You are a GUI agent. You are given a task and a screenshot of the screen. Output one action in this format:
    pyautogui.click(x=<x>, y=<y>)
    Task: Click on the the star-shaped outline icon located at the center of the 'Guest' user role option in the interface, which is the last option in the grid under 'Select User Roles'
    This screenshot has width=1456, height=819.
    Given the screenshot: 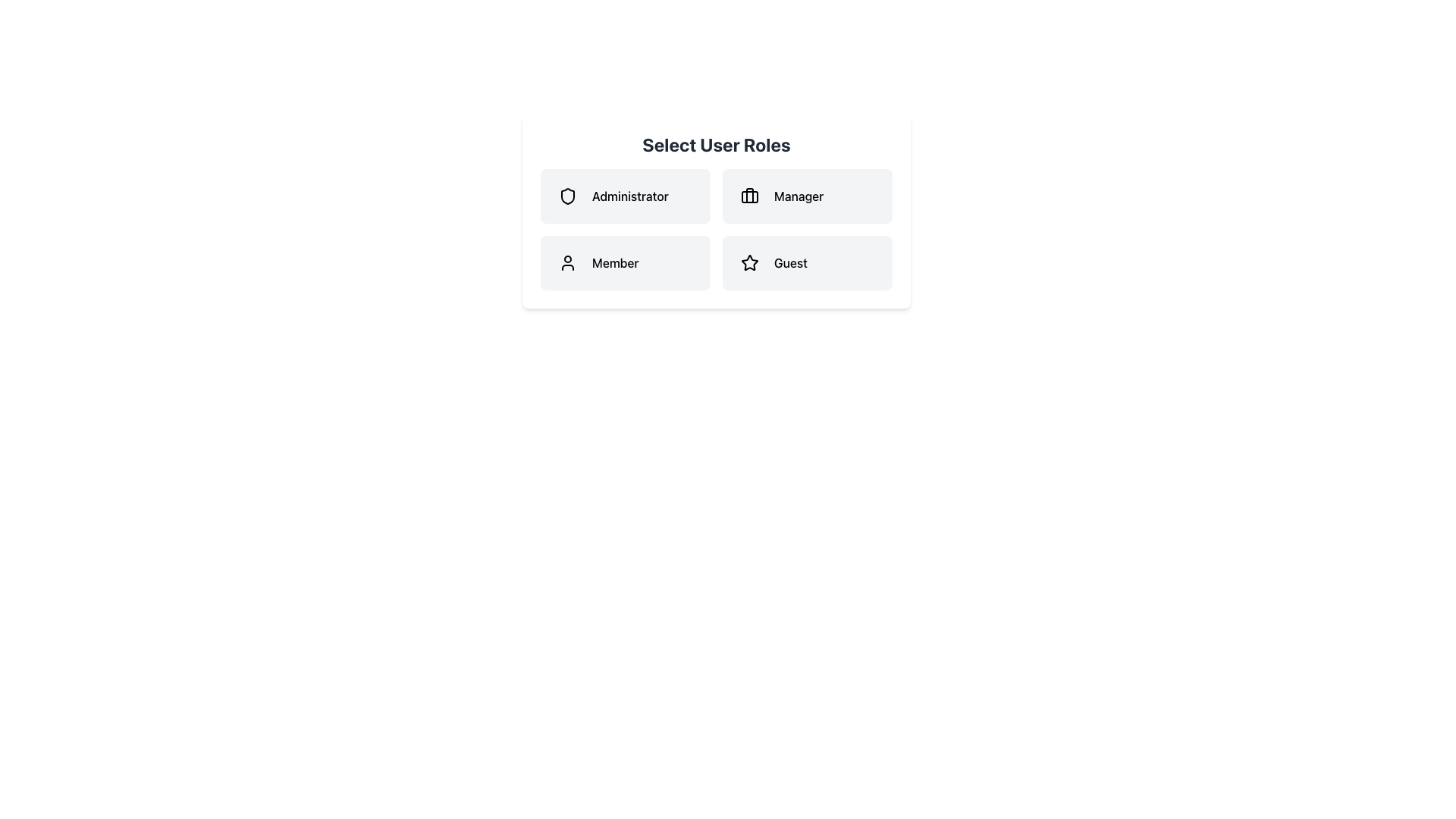 What is the action you would take?
    pyautogui.click(x=749, y=262)
    